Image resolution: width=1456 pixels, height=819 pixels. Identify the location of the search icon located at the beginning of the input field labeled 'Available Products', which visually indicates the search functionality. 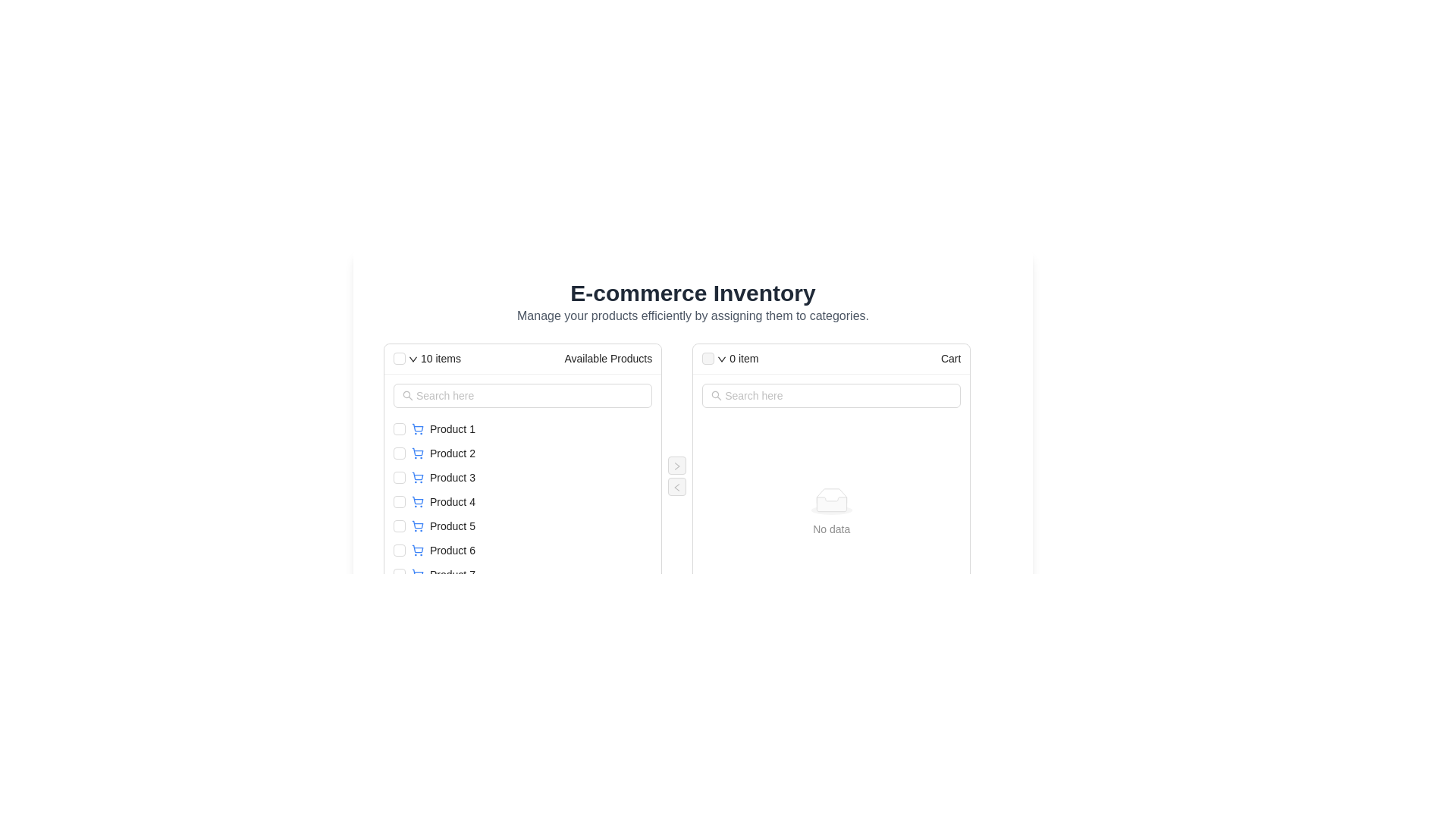
(407, 394).